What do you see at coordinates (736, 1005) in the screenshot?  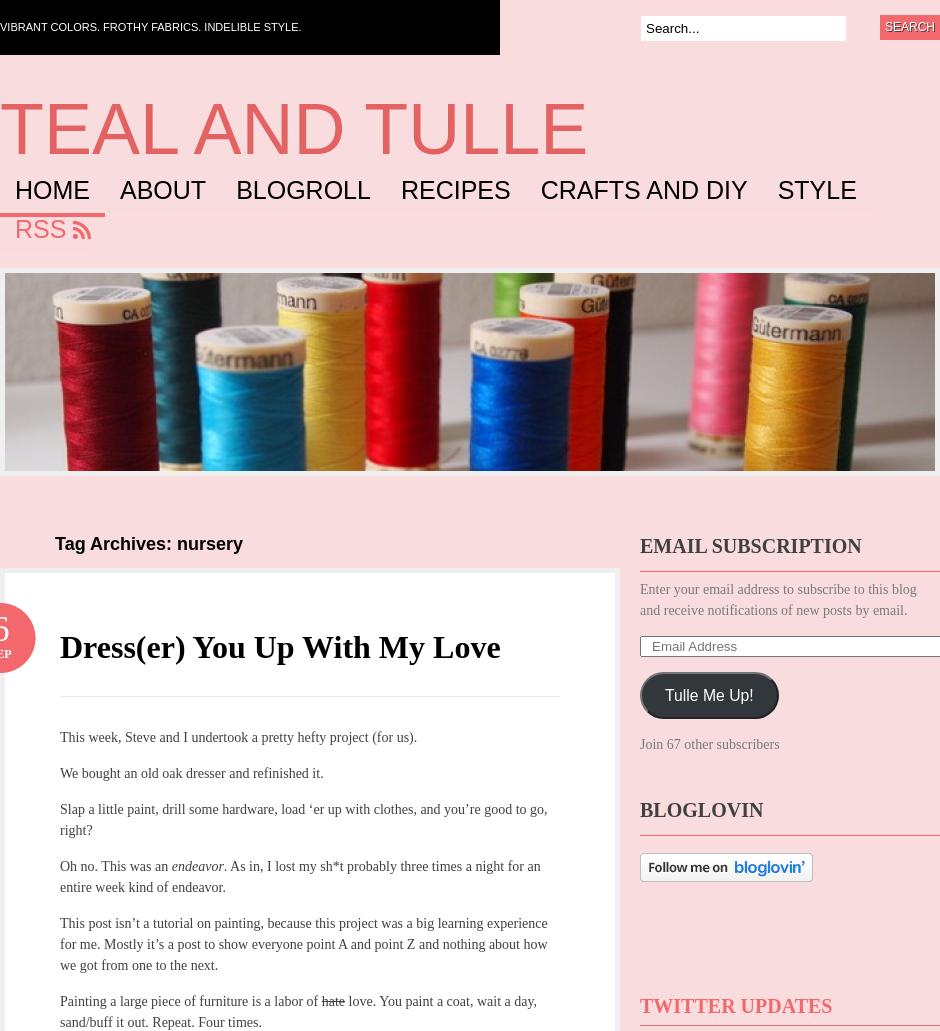 I see `'Twitter Updates'` at bounding box center [736, 1005].